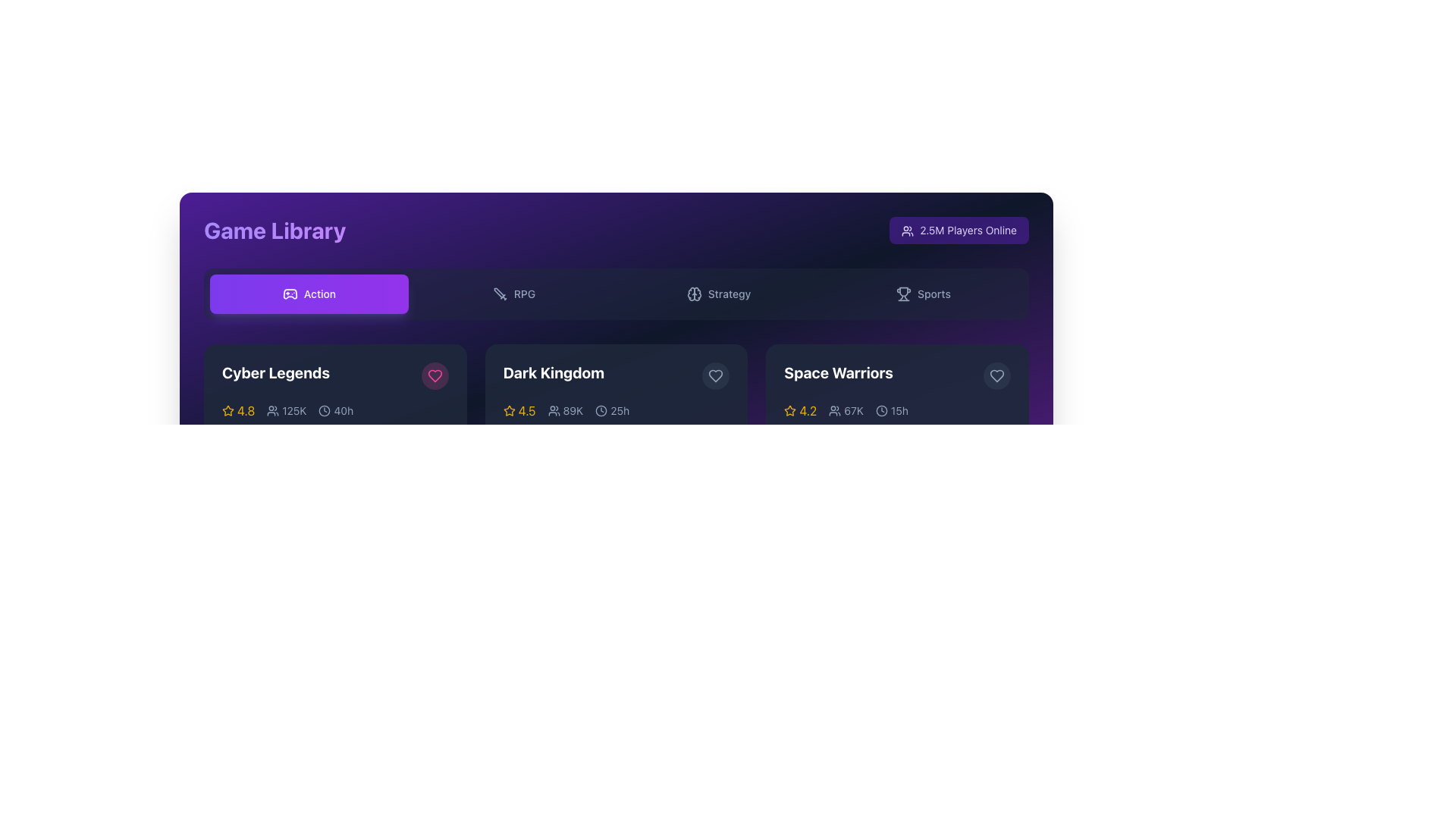 Image resolution: width=1456 pixels, height=819 pixels. I want to click on the gamepad icon representing the 'Action' category located in the top-left section of the Game Library interface, so click(290, 294).